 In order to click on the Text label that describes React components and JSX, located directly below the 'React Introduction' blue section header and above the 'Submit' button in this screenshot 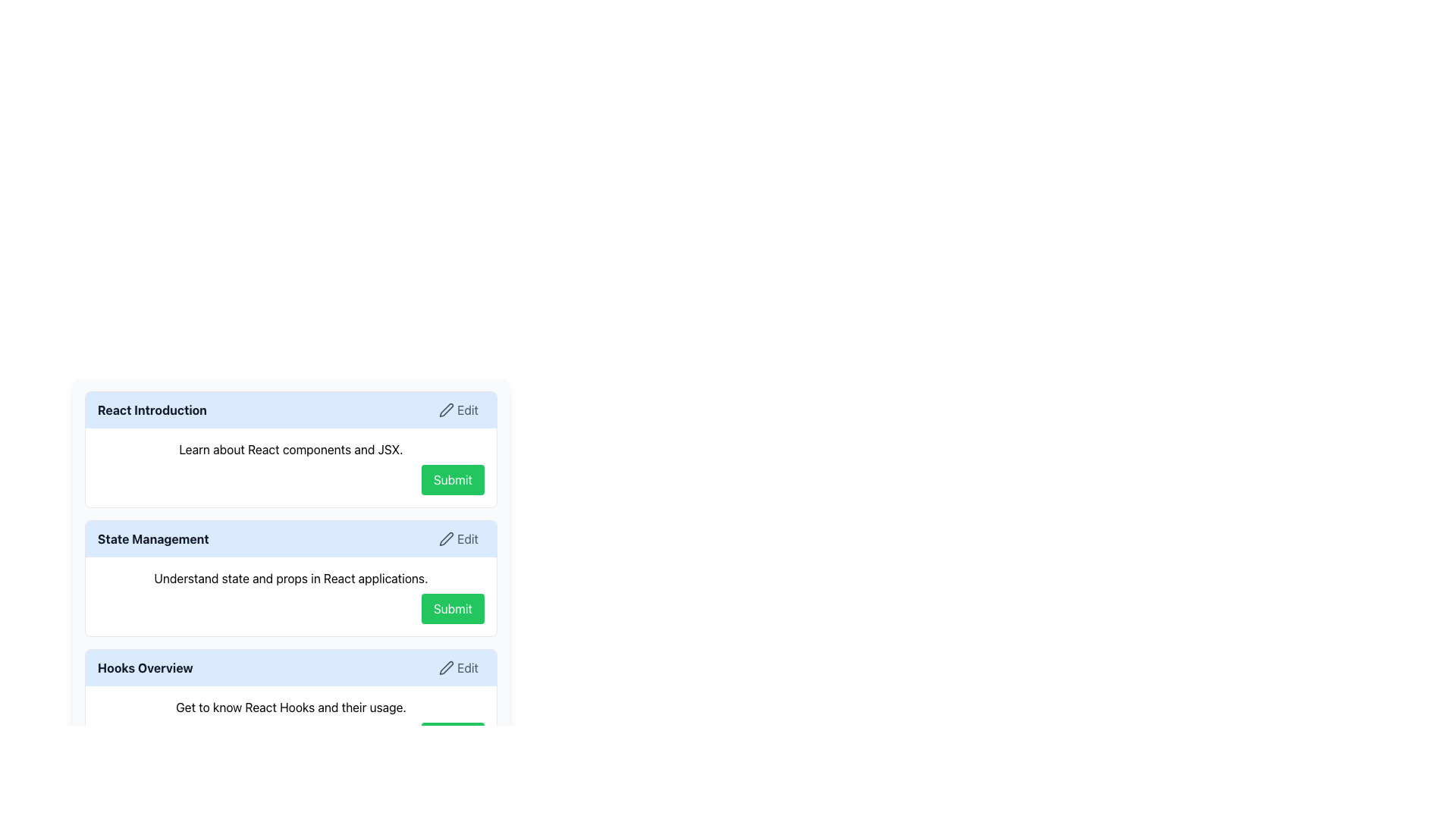, I will do `click(291, 449)`.